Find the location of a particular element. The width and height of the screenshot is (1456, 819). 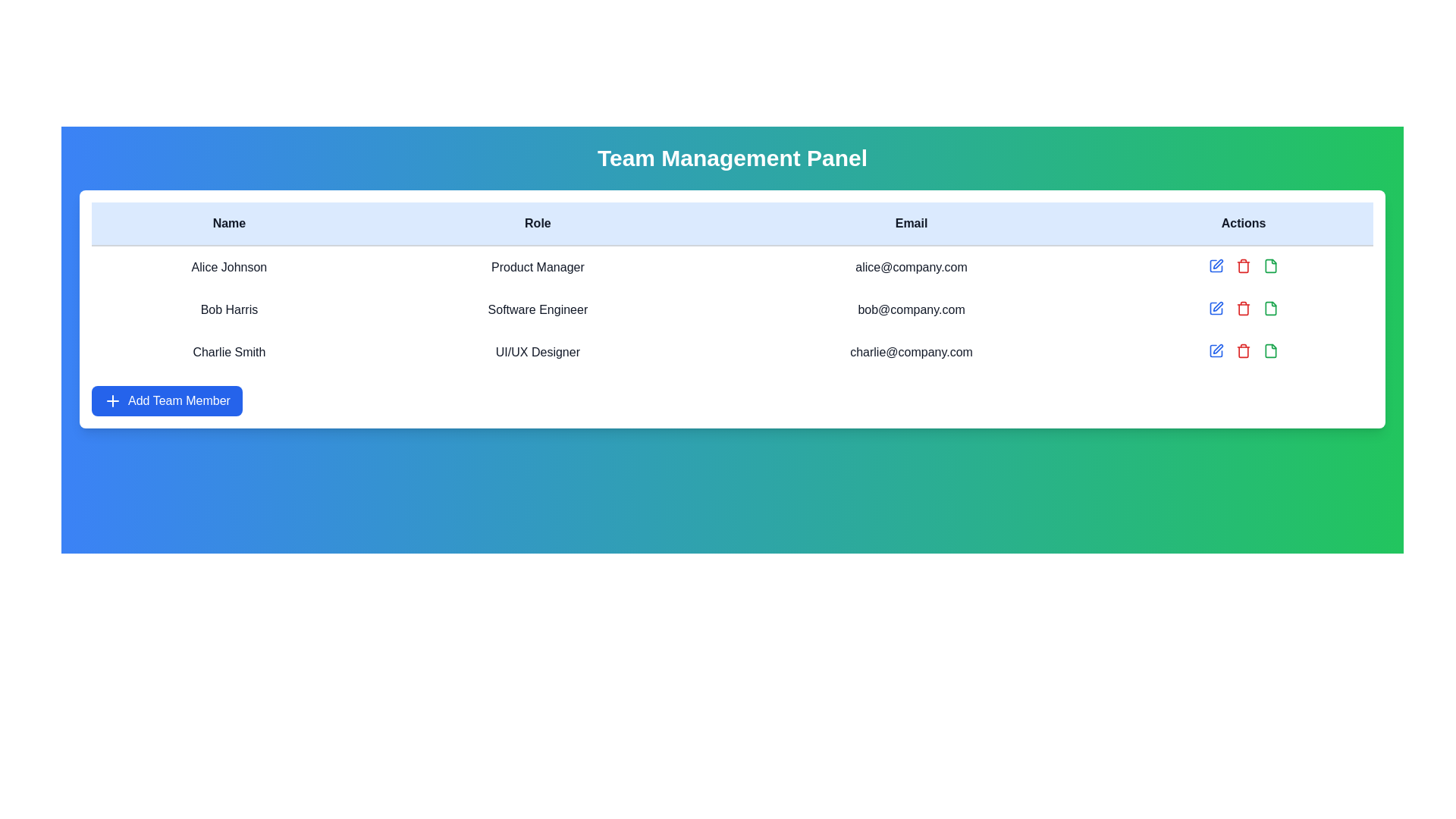

the blue pencil icon button in the 'Actions' column of the second row is located at coordinates (1216, 265).